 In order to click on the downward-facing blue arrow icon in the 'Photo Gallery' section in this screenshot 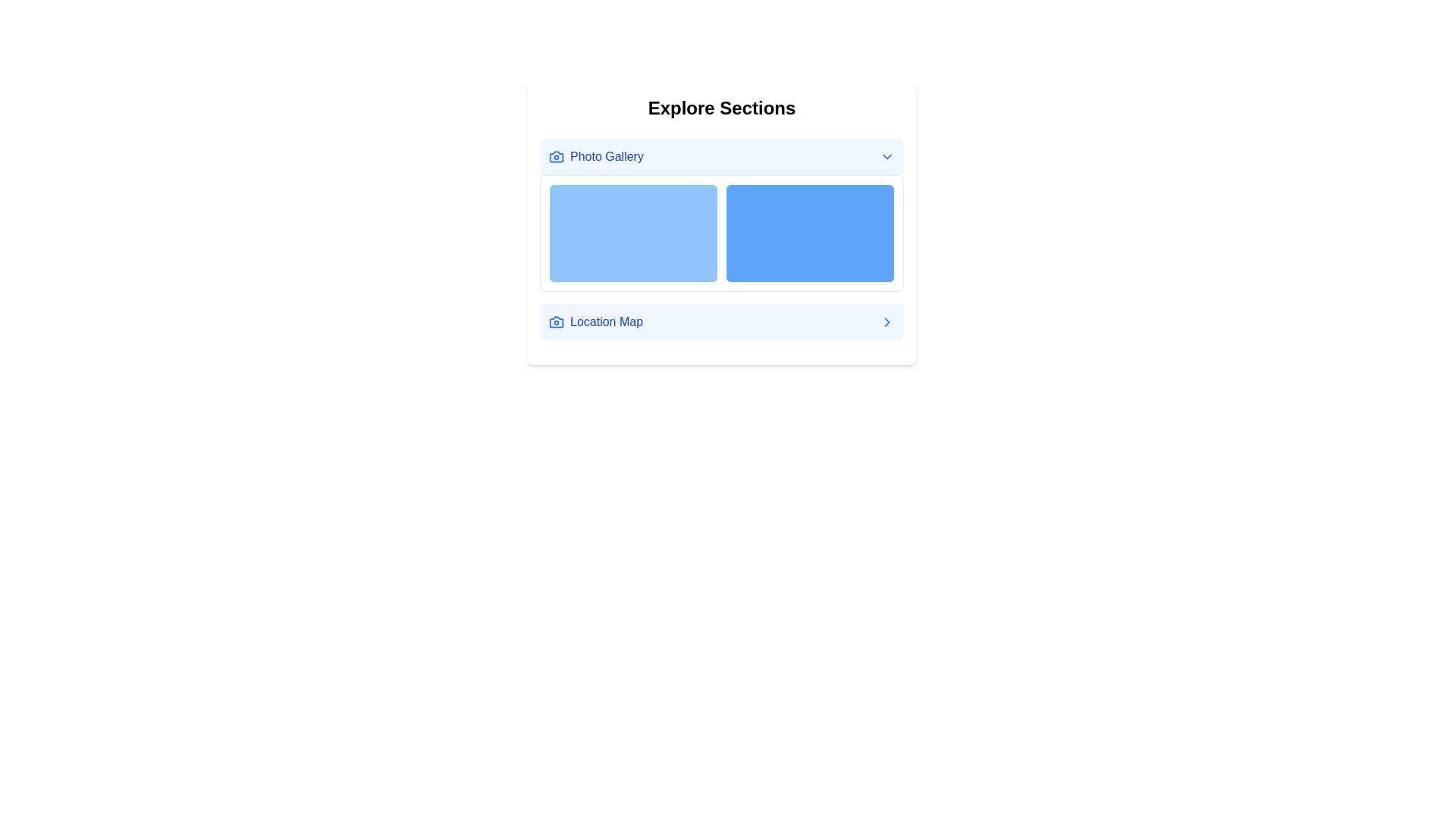, I will do `click(887, 157)`.